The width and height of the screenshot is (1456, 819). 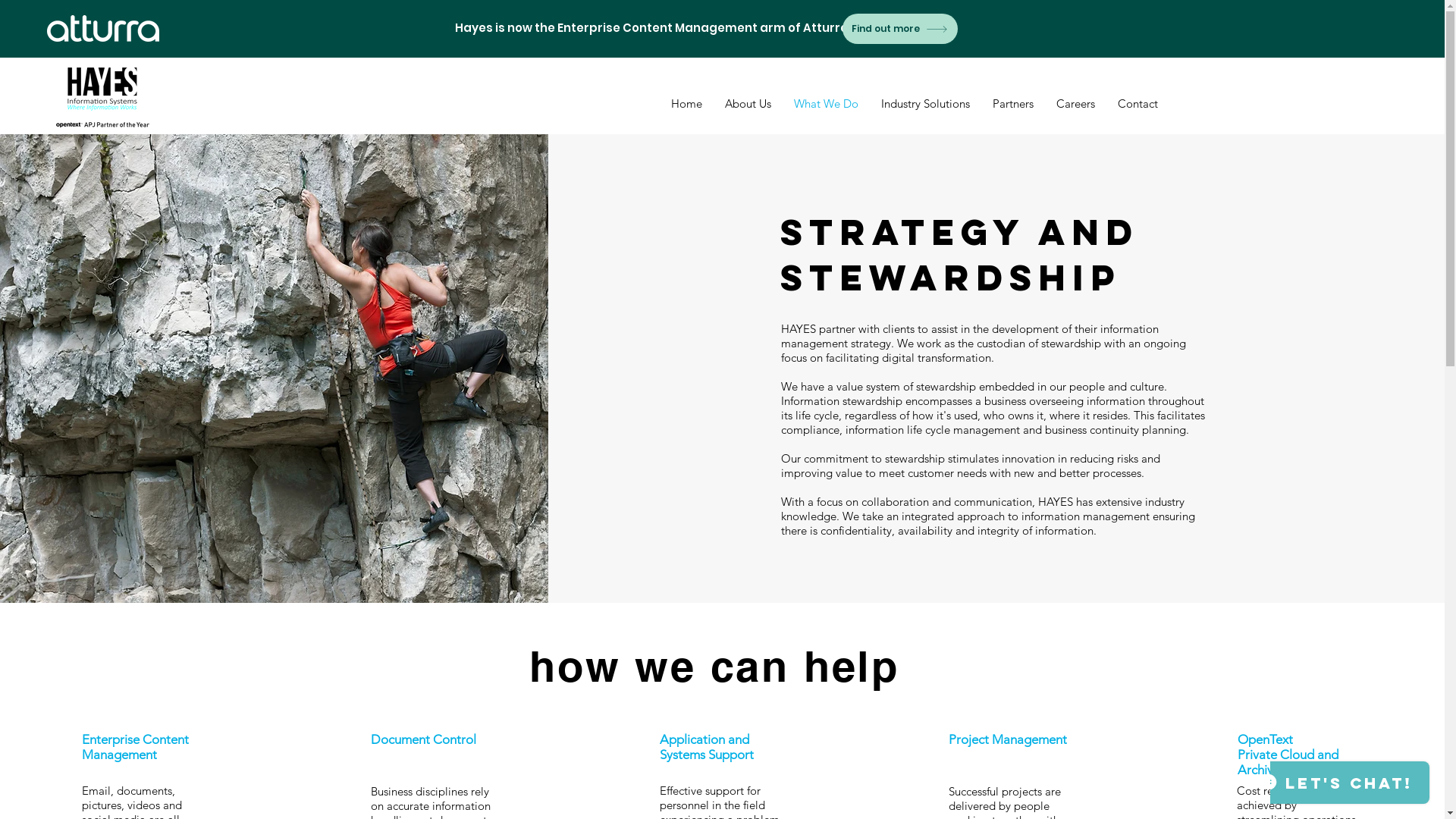 I want to click on 'Home', so click(x=686, y=103).